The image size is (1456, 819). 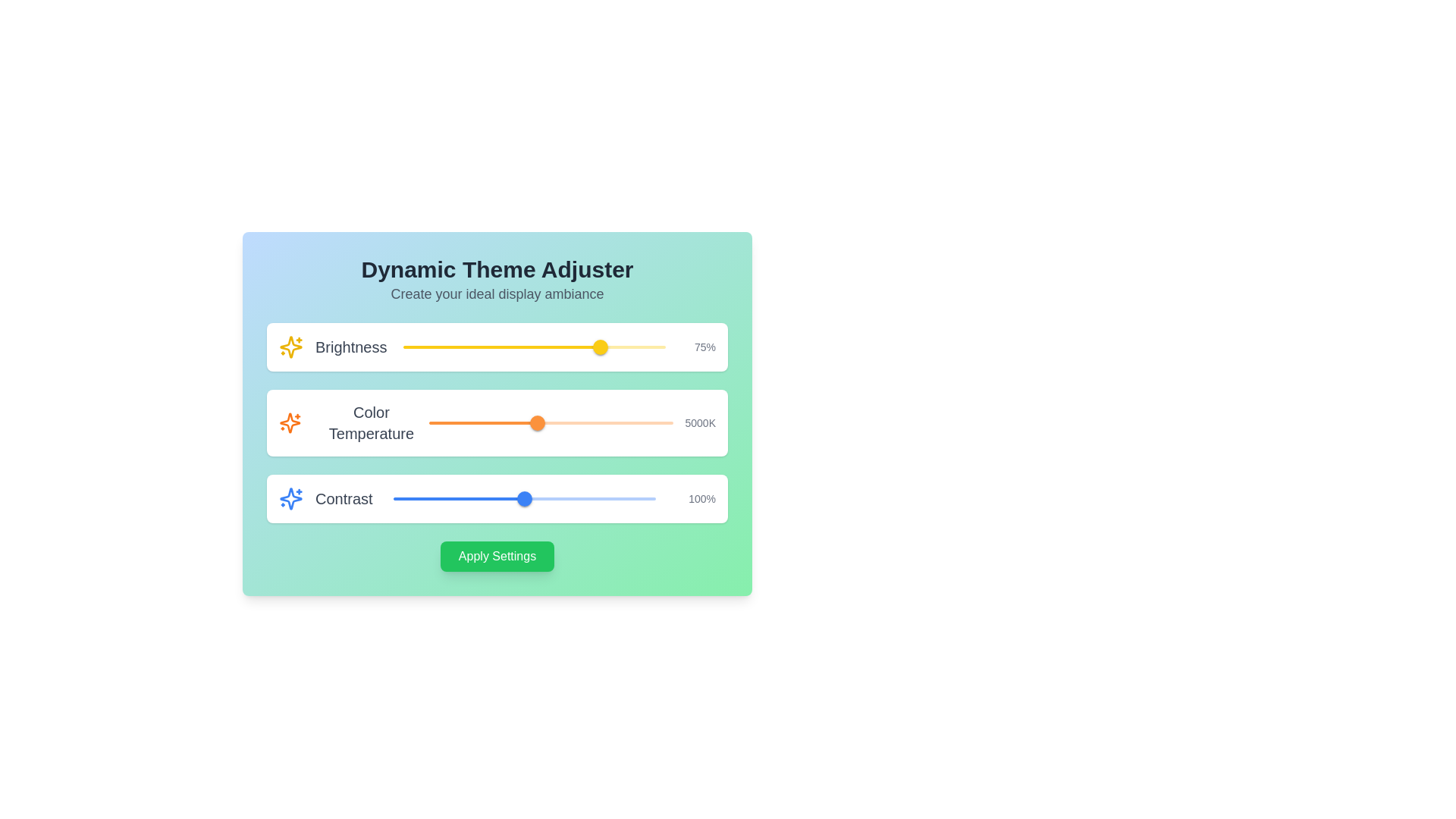 I want to click on the horizontal red-colored slider rail of the 'Color Temperature' adjustment slider to move the slider thumb to the clicked position, so click(x=550, y=423).